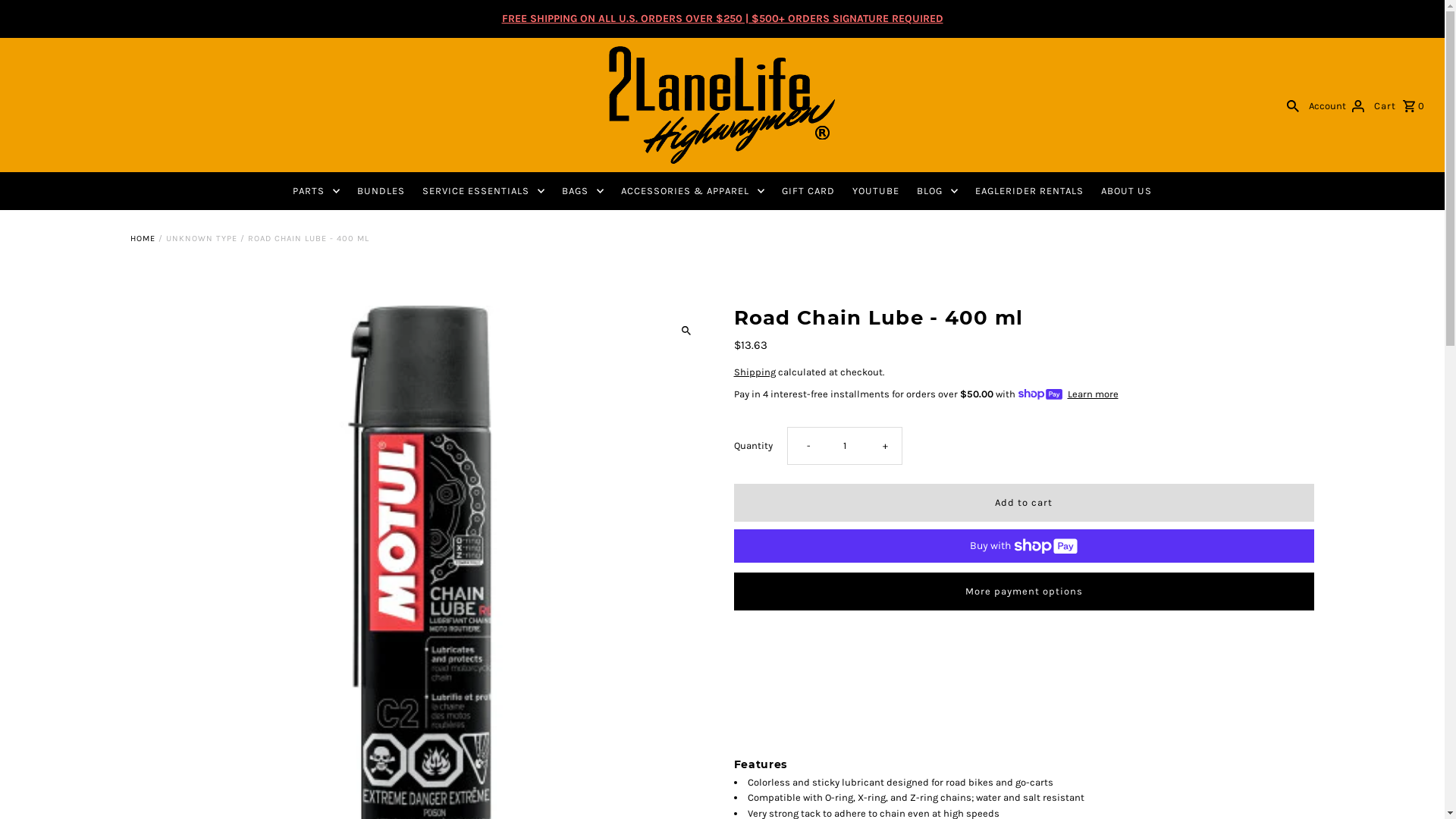  What do you see at coordinates (582, 190) in the screenshot?
I see `'BAGS'` at bounding box center [582, 190].